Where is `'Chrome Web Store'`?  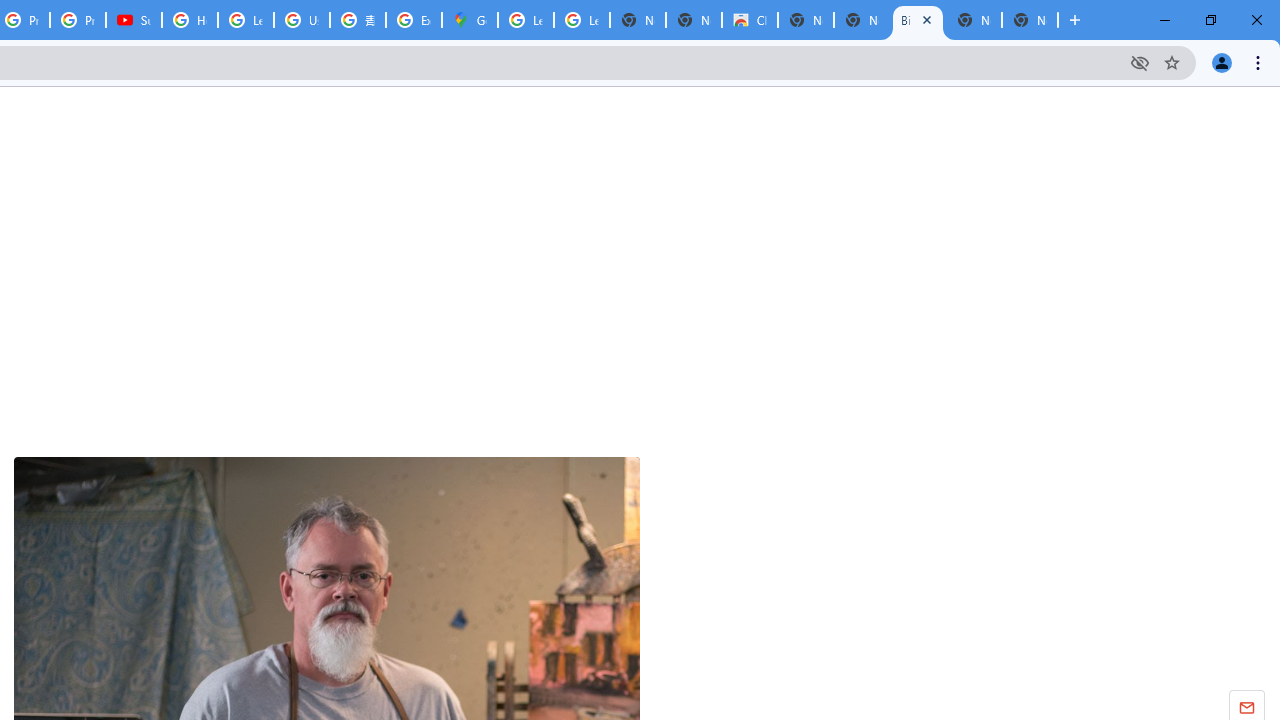 'Chrome Web Store' is located at coordinates (749, 20).